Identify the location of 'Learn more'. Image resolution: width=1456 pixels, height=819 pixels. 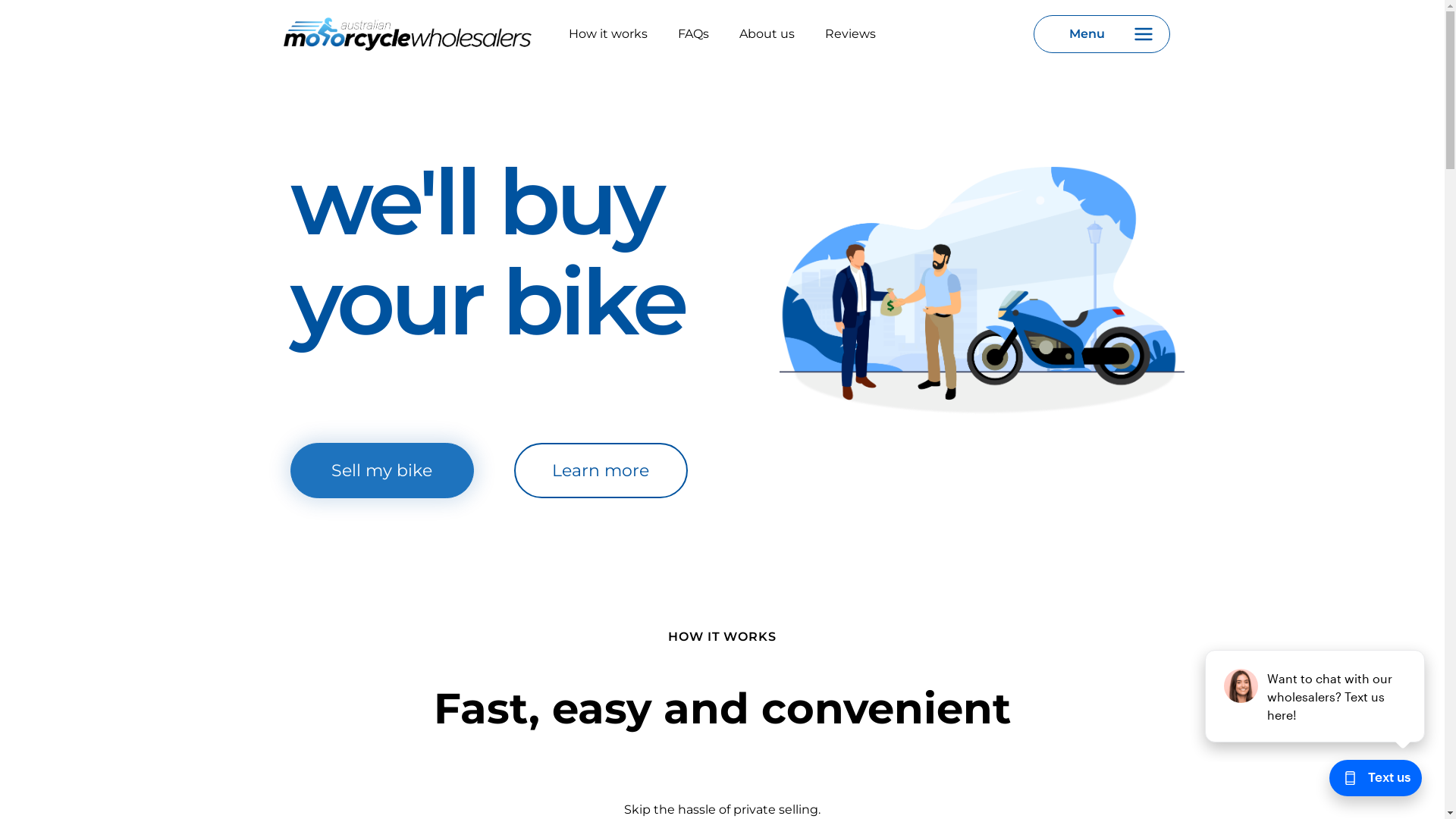
(600, 469).